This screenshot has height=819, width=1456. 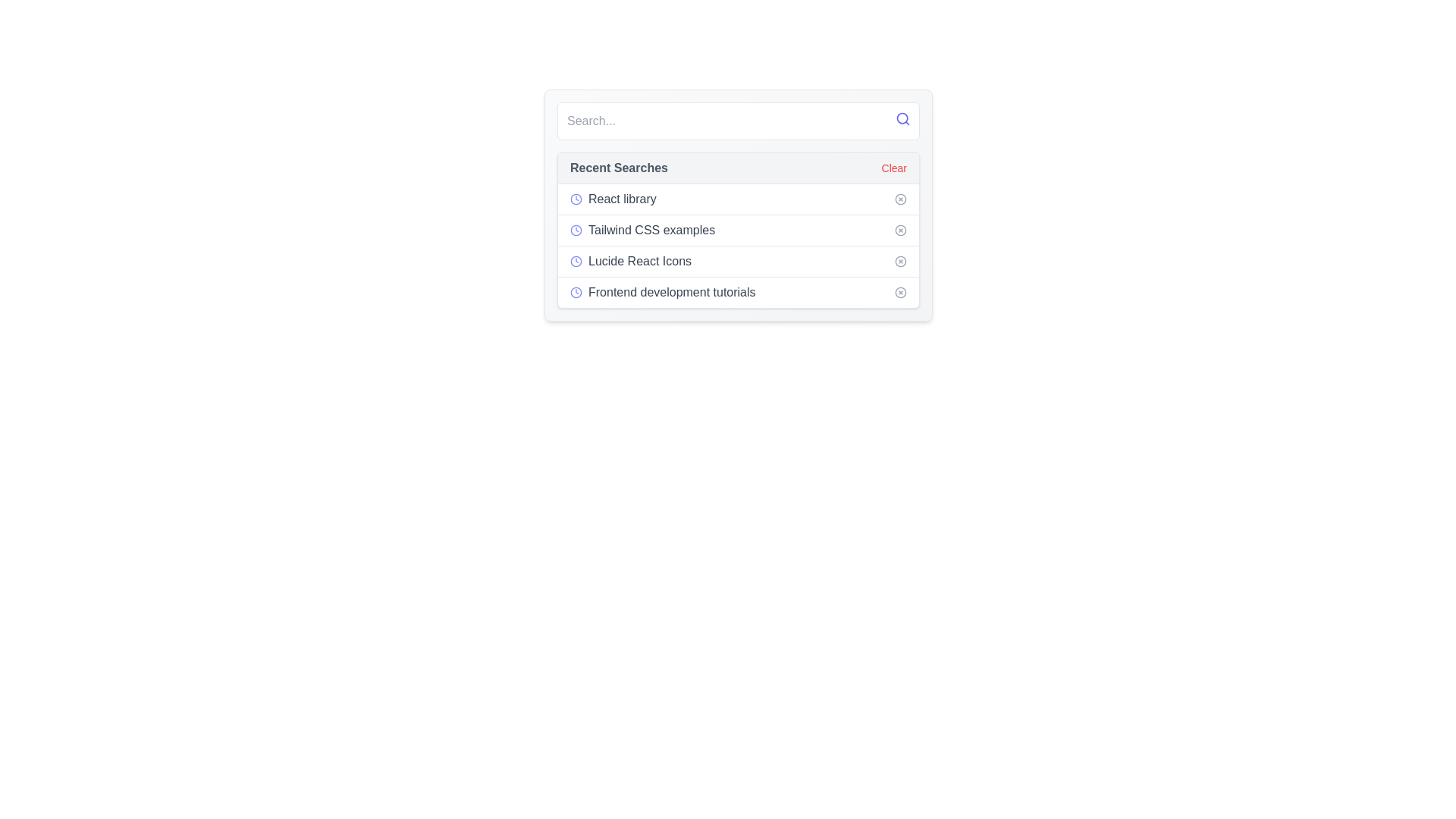 What do you see at coordinates (901, 198) in the screenshot?
I see `the 'X' icon button at the end of the 'React library' list item` at bounding box center [901, 198].